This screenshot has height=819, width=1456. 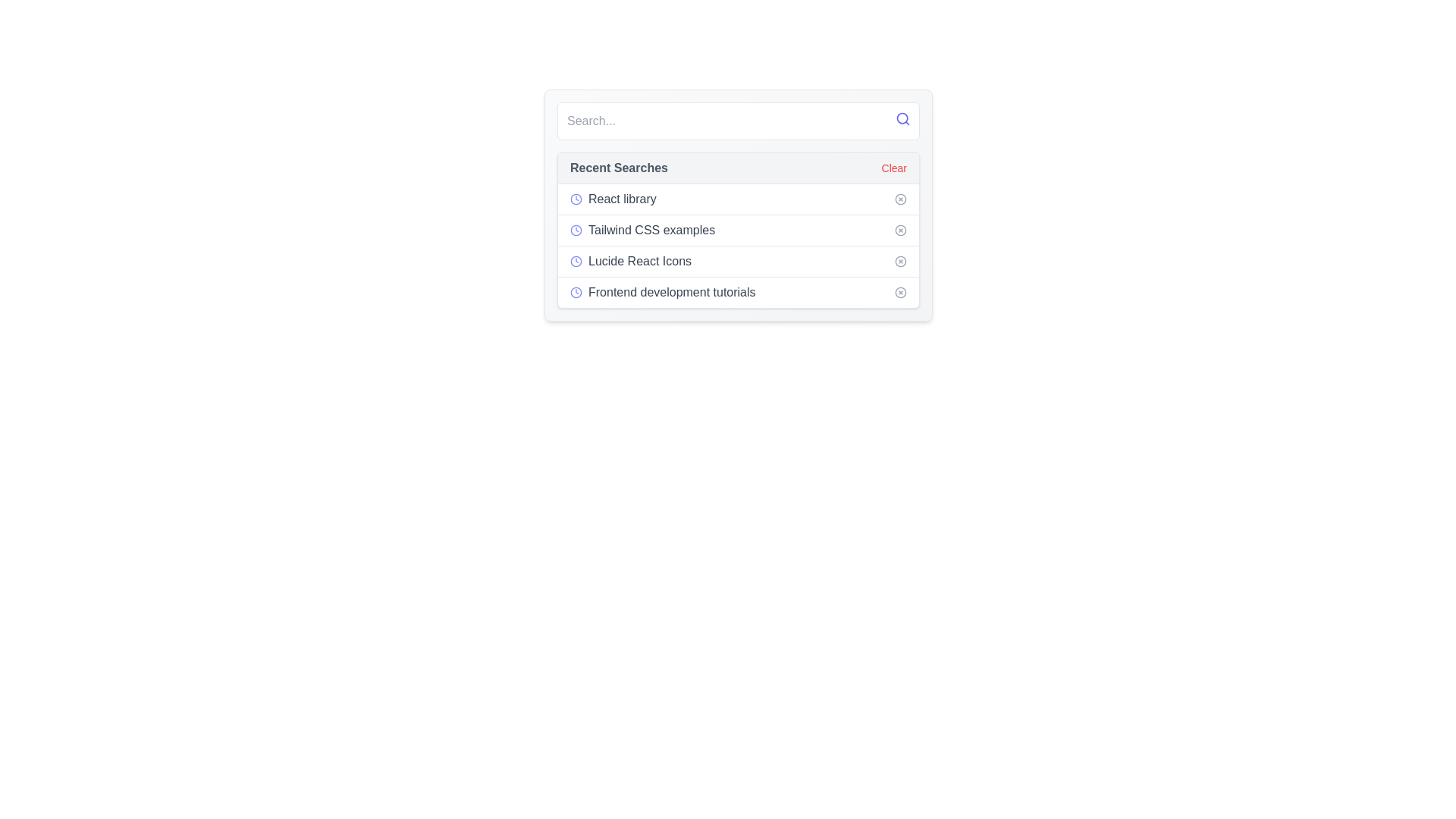 What do you see at coordinates (901, 198) in the screenshot?
I see `the 'X' icon button at the end of the 'React library' list item` at bounding box center [901, 198].